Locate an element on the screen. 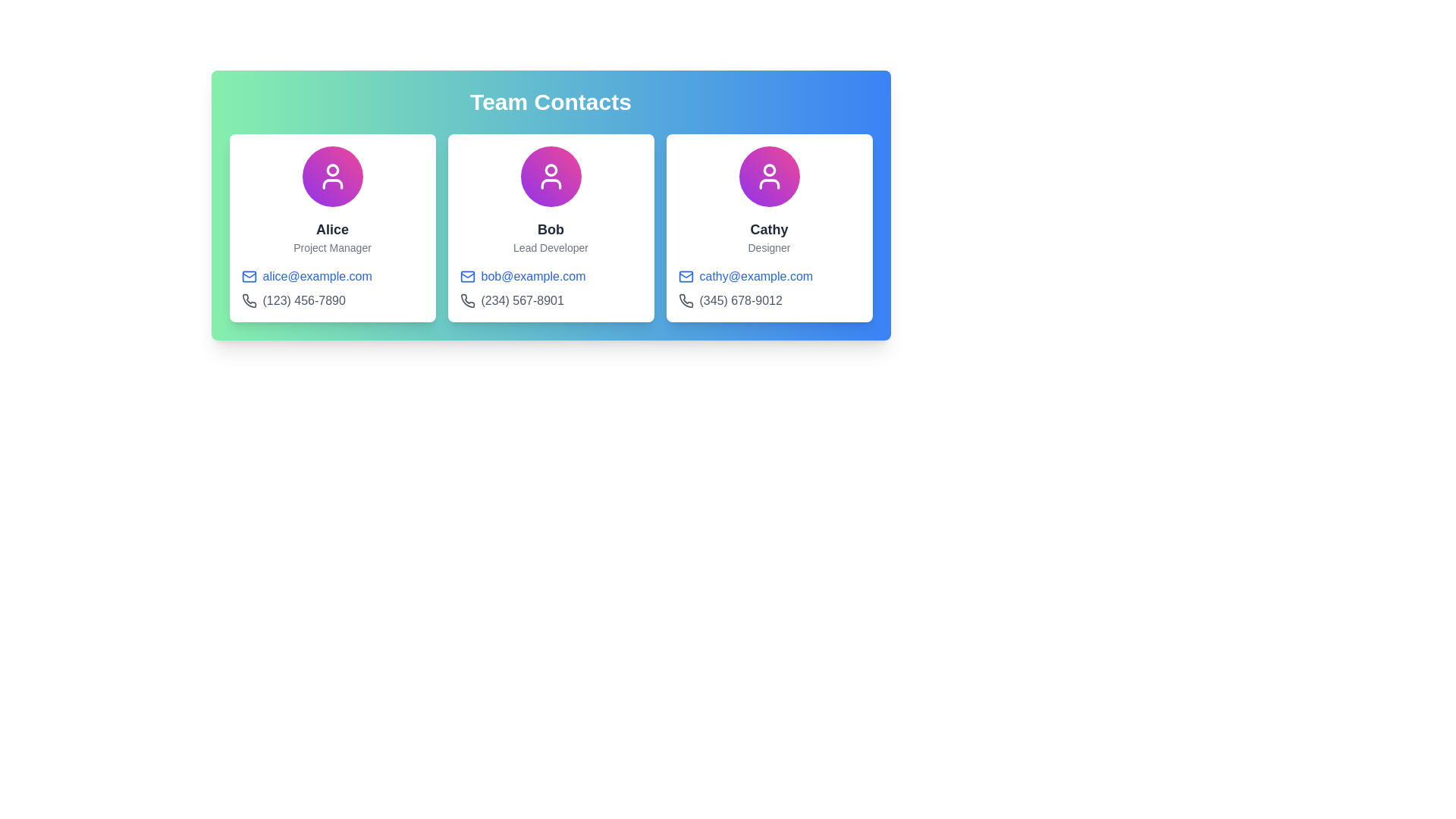 The image size is (1456, 819). the email icon resembling an envelope with a blue outline, located to the left of 'alice@example.com' in the contact details card for 'Alice' is located at coordinates (249, 277).